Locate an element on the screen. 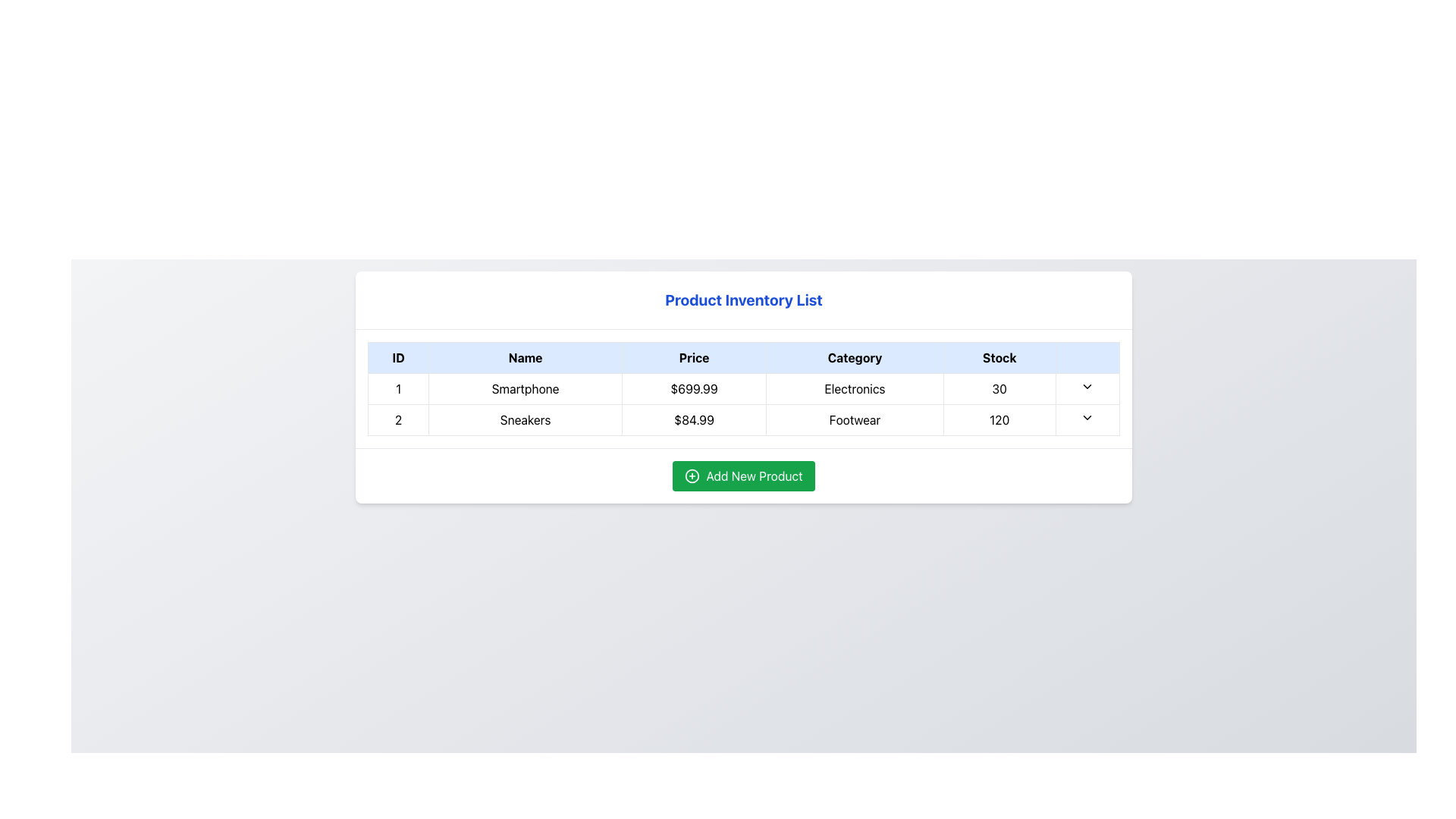 The image size is (1456, 819). the button that allows users to add a new product to the inventory, positioned at the center of the bottom line of the product inventory section is located at coordinates (743, 475).